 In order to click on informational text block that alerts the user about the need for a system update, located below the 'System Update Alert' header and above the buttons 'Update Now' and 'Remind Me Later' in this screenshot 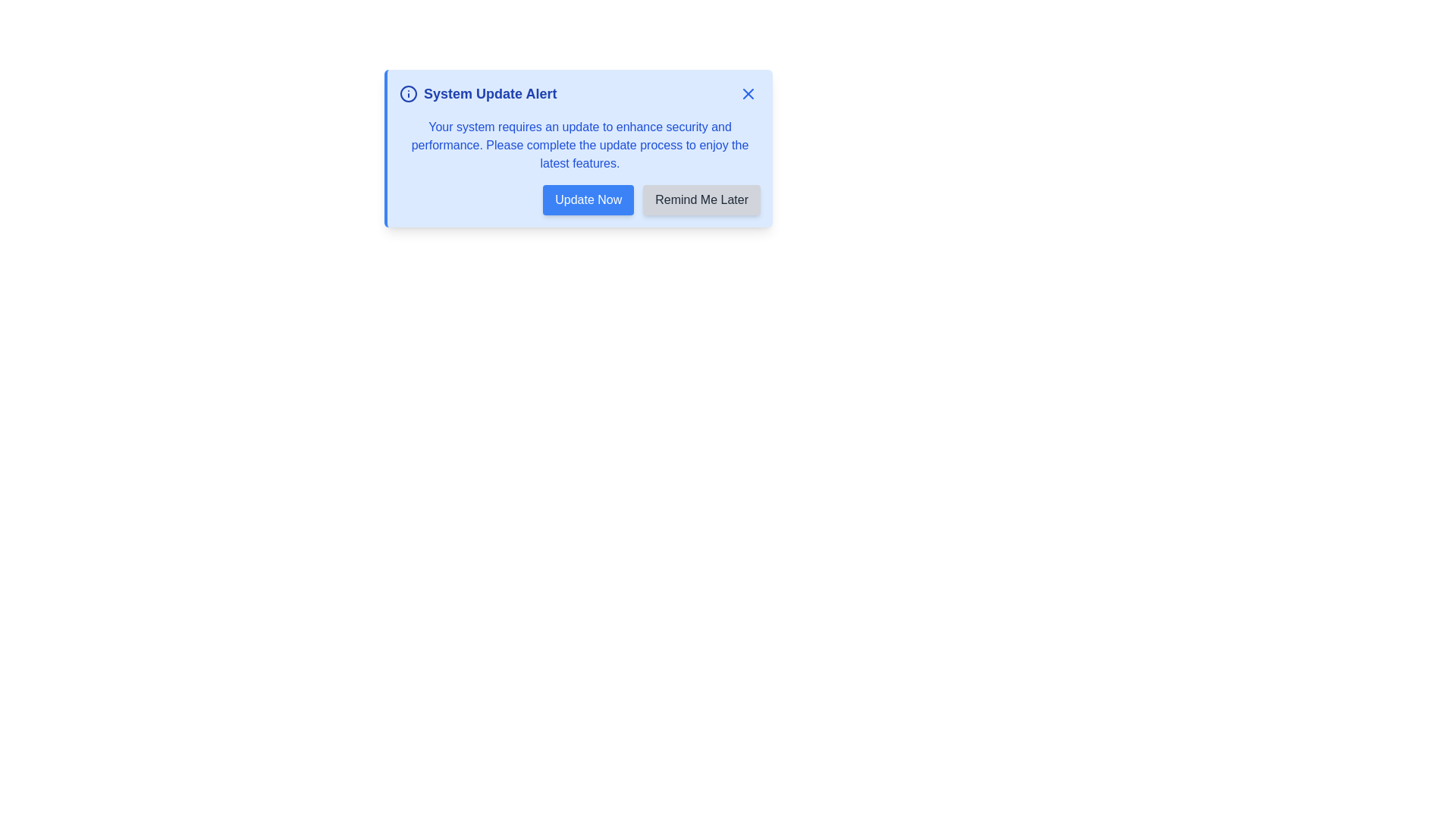, I will do `click(579, 146)`.